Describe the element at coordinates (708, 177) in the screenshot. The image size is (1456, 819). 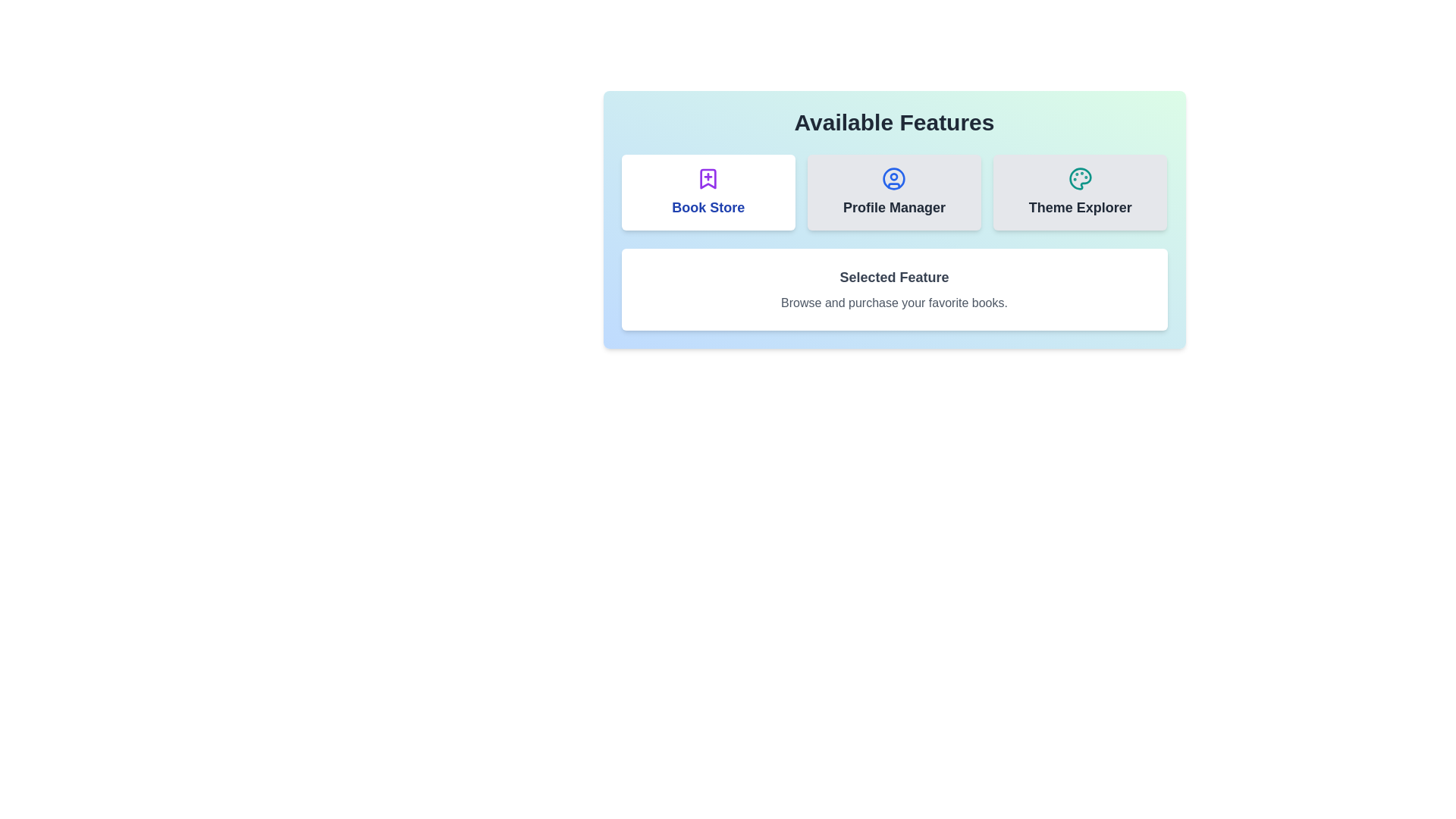
I see `the purple bookmark icon with a '+' symbol at the top-center of the 'Book Store' card` at that location.